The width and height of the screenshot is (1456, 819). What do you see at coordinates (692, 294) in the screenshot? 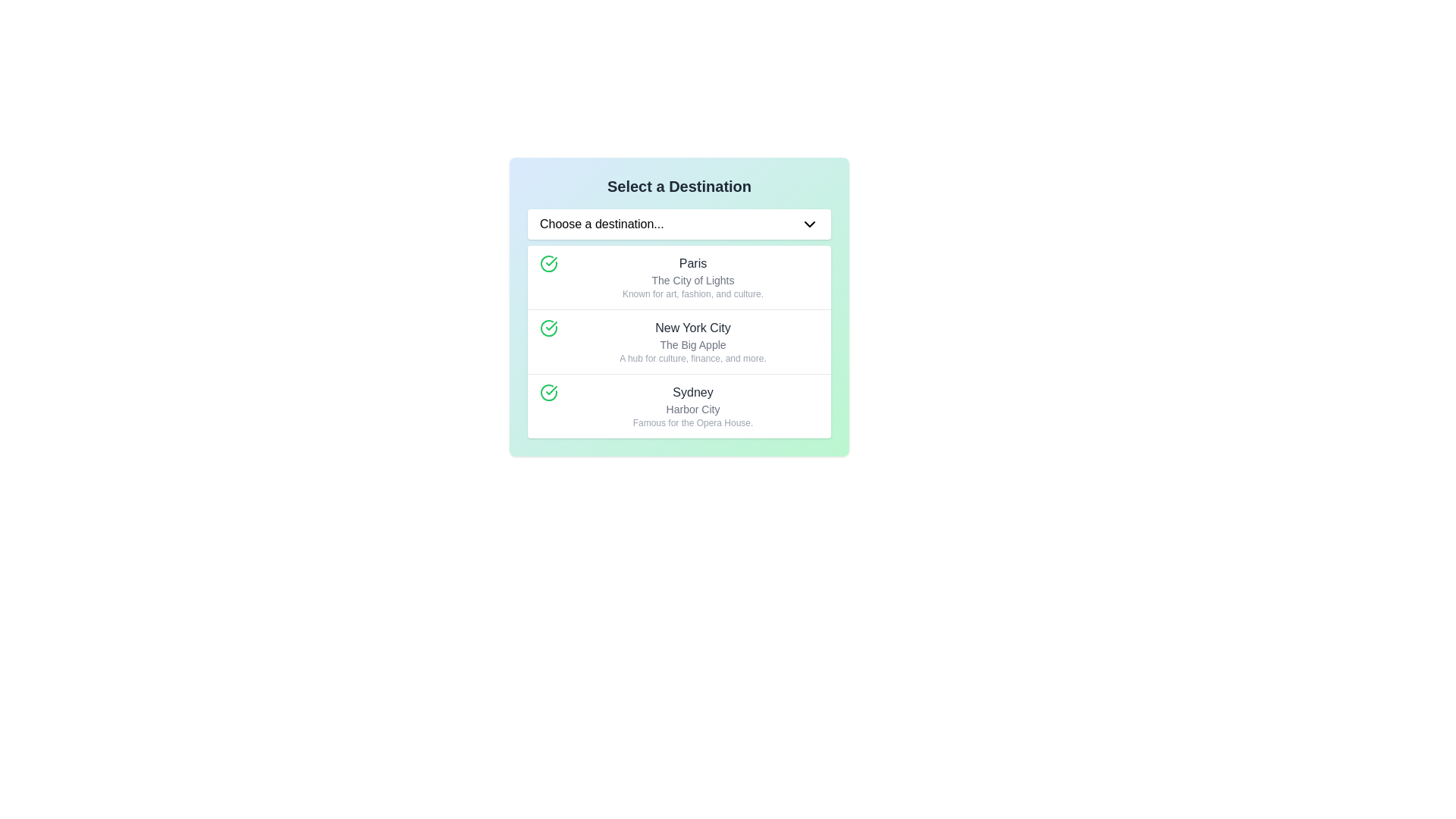
I see `the text label that says 'Known for art, fashion, and culture.' located below the title 'Paris' and the subtitle 'The City of Lights' in the first destination card` at bounding box center [692, 294].